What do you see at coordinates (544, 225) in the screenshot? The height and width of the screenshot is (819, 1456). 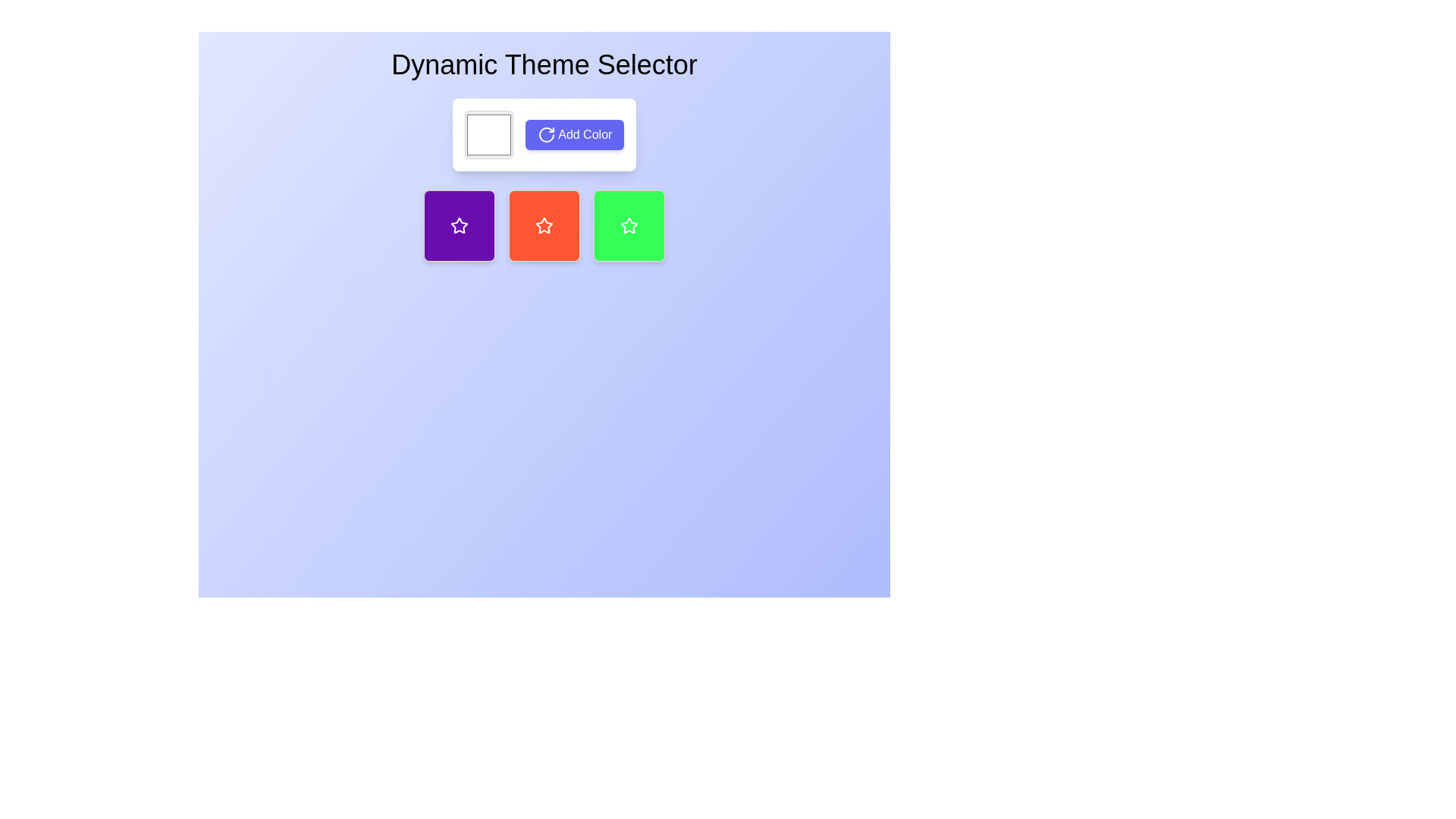 I see `the middle button in the grid of three buttons, located below the 'Dynamic Theme Selector' title and directly beneath the 'Add Color' button` at bounding box center [544, 225].